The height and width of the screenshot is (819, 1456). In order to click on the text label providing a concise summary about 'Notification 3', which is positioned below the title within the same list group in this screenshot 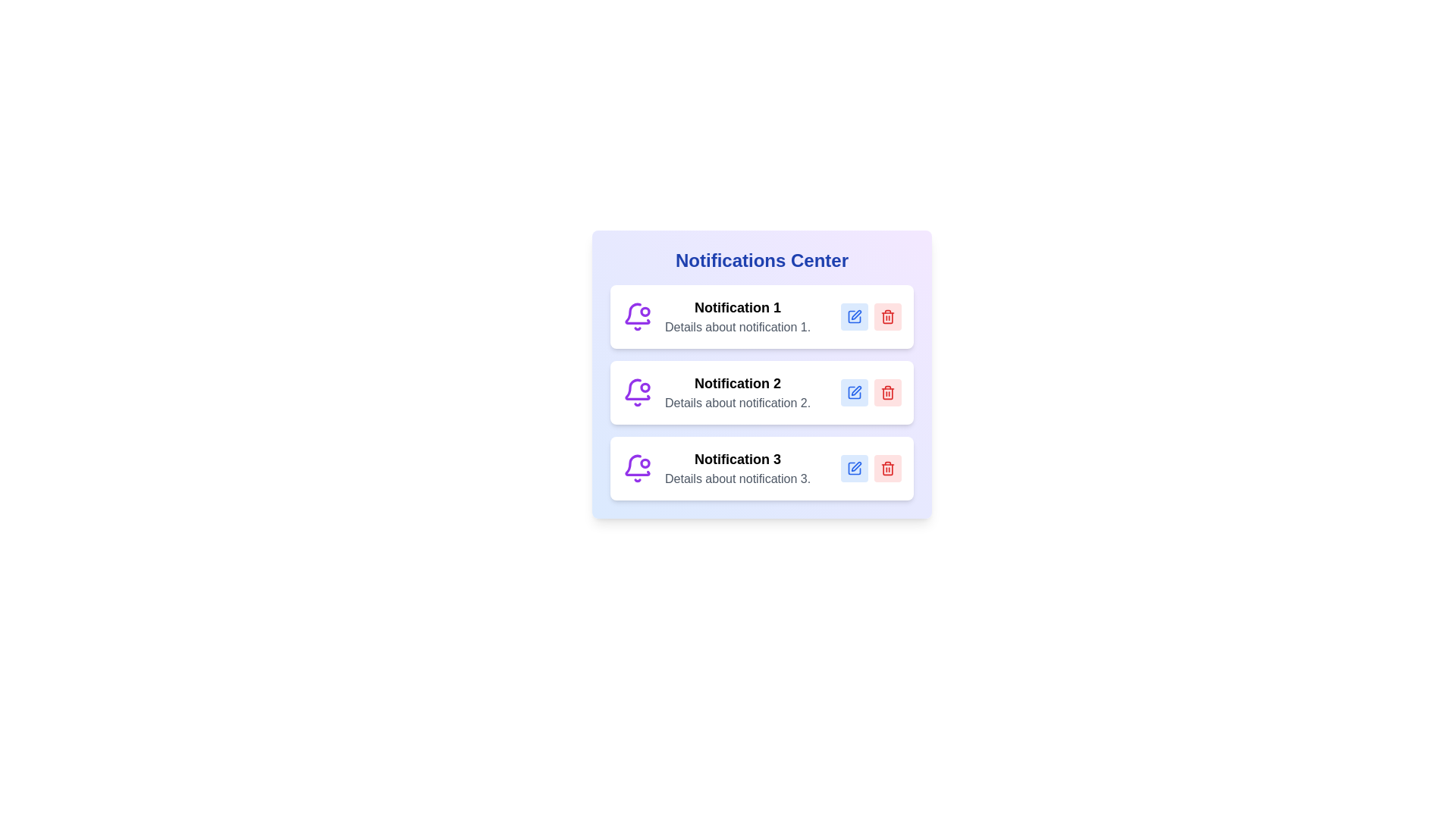, I will do `click(738, 479)`.